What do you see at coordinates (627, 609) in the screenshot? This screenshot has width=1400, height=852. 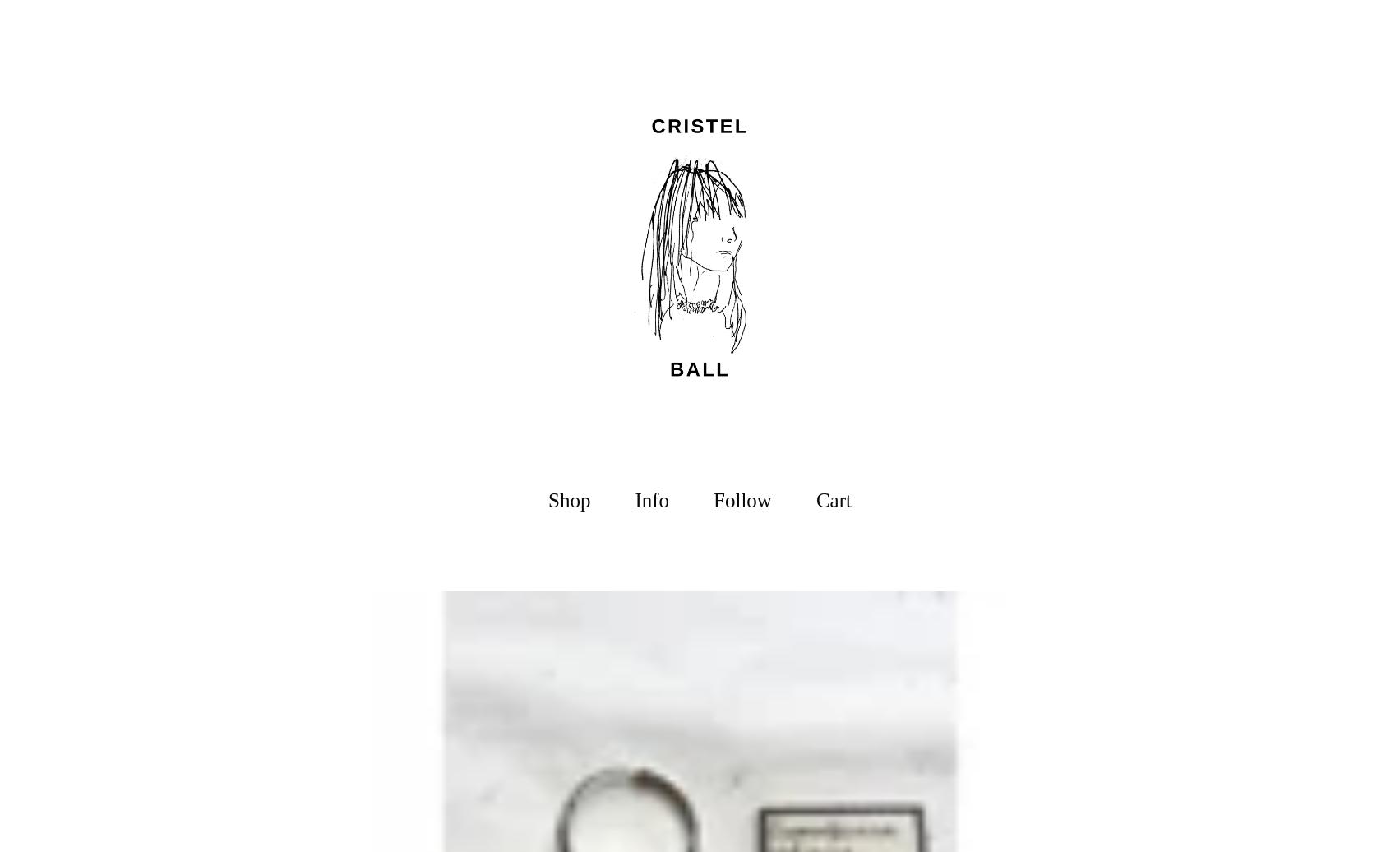 I see `'Publicity'` at bounding box center [627, 609].